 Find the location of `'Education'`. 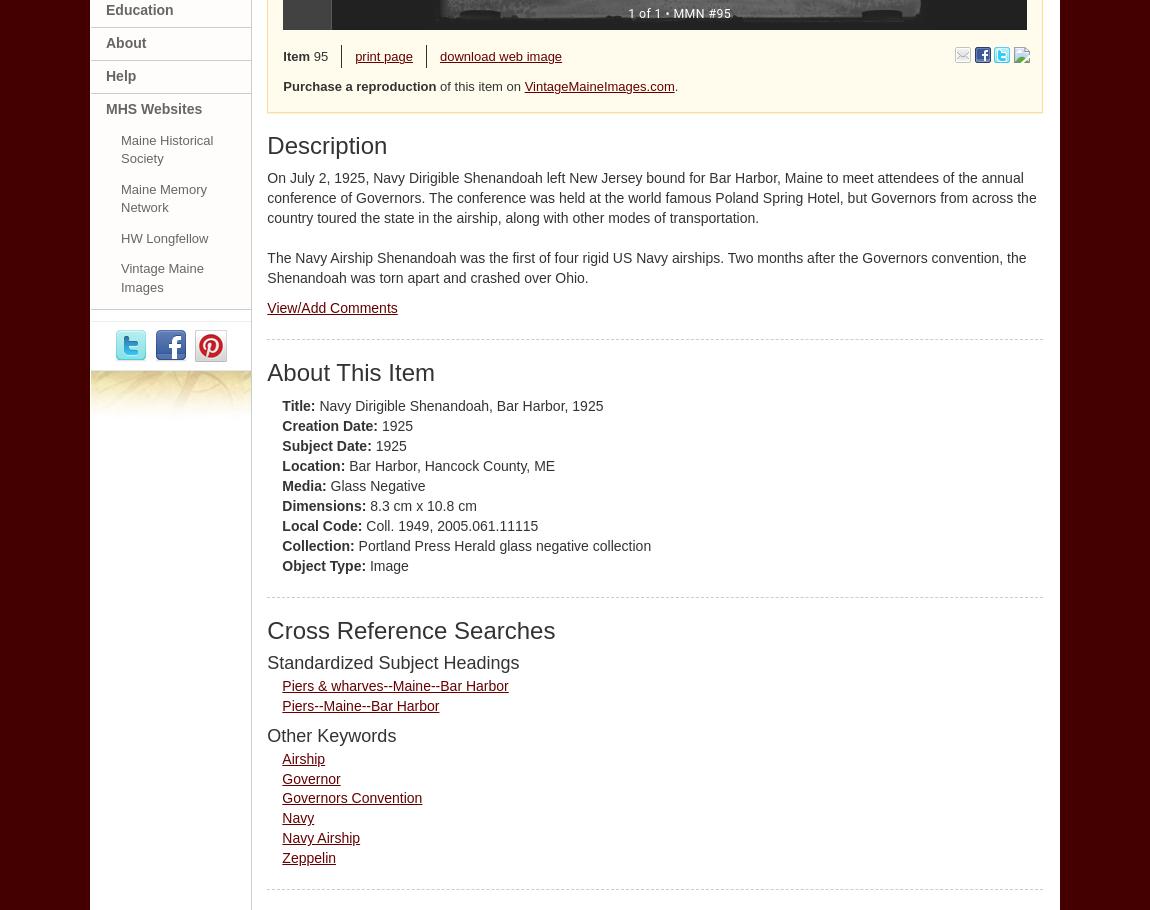

'Education' is located at coordinates (138, 8).